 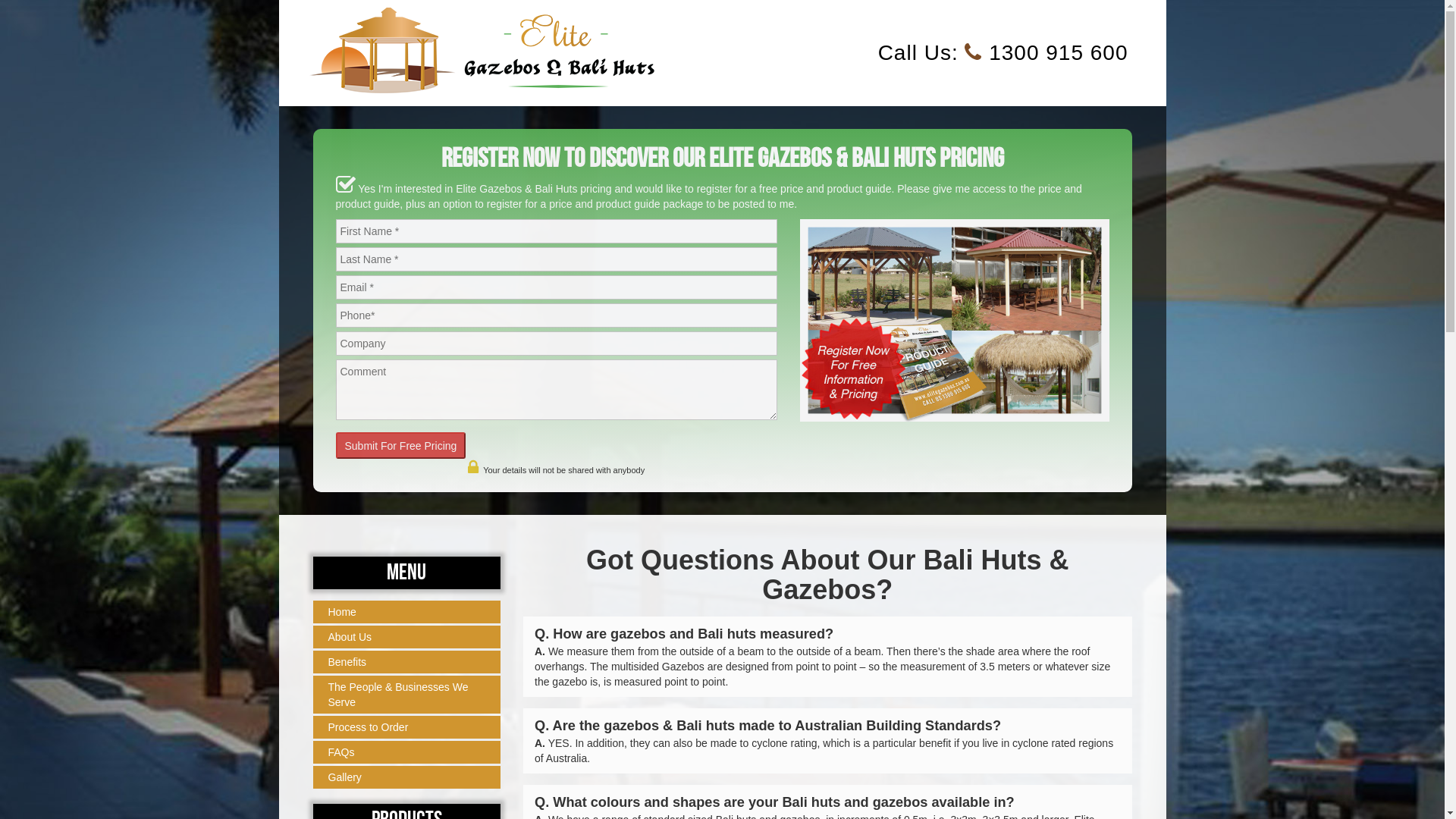 What do you see at coordinates (334, 444) in the screenshot?
I see `'Submit For Free Pricing'` at bounding box center [334, 444].